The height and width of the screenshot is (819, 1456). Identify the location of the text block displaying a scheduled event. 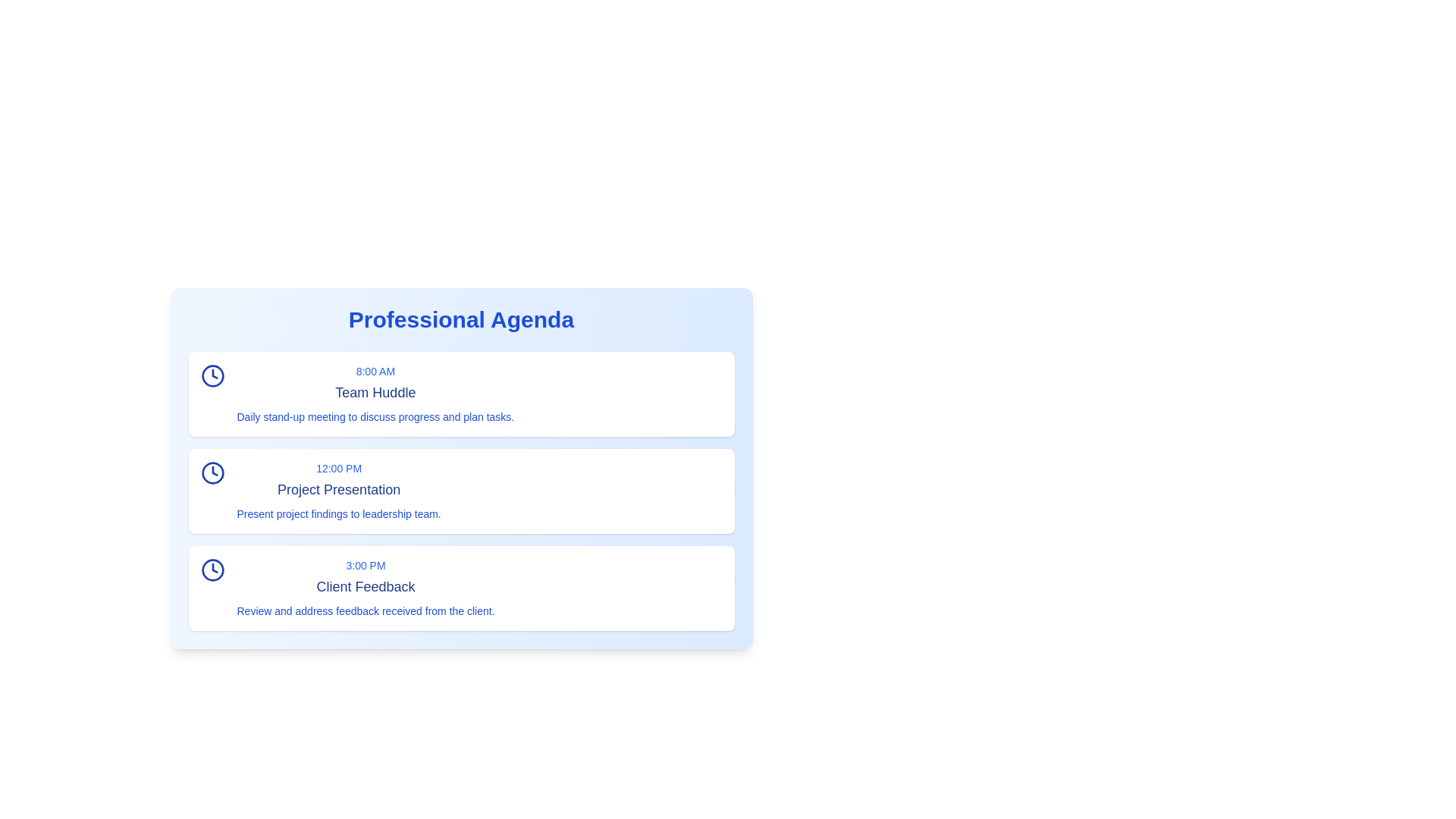
(375, 394).